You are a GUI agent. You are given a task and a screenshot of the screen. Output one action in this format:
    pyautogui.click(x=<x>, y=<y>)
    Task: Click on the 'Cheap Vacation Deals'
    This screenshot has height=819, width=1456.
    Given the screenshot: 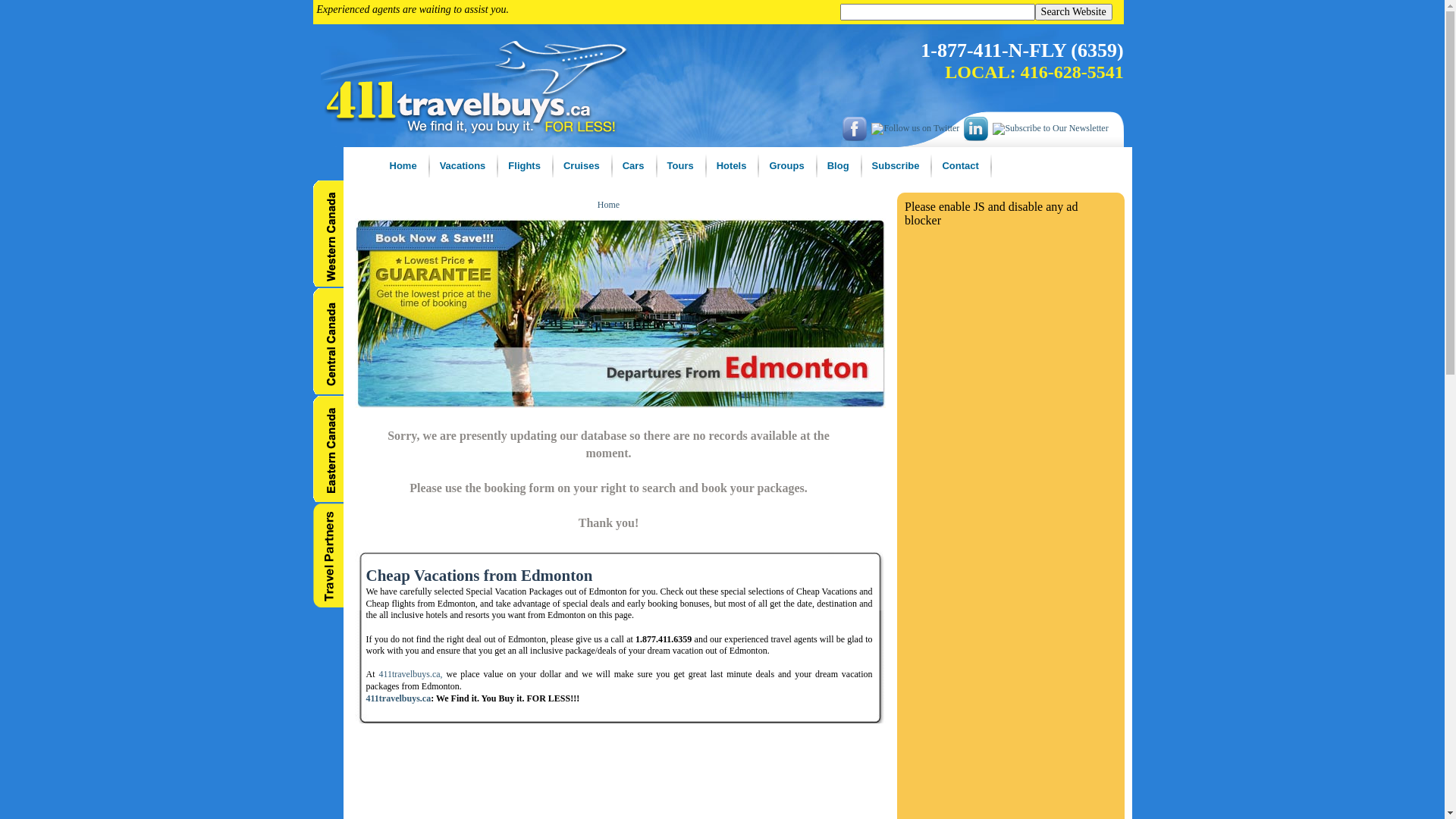 What is the action you would take?
    pyautogui.click(x=620, y=312)
    